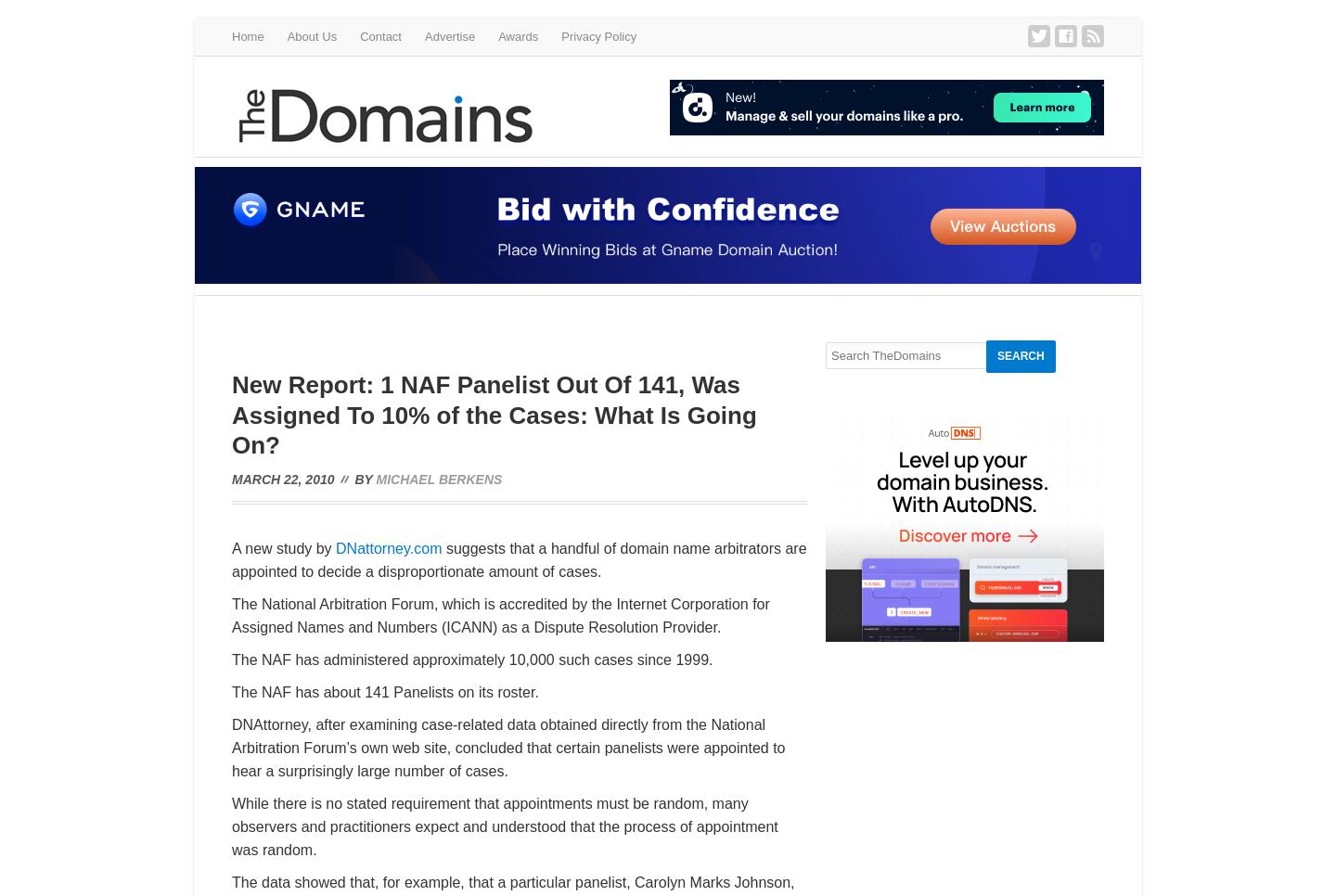 The width and height of the screenshot is (1336, 896). I want to click on 'DNattorney.com', so click(388, 548).